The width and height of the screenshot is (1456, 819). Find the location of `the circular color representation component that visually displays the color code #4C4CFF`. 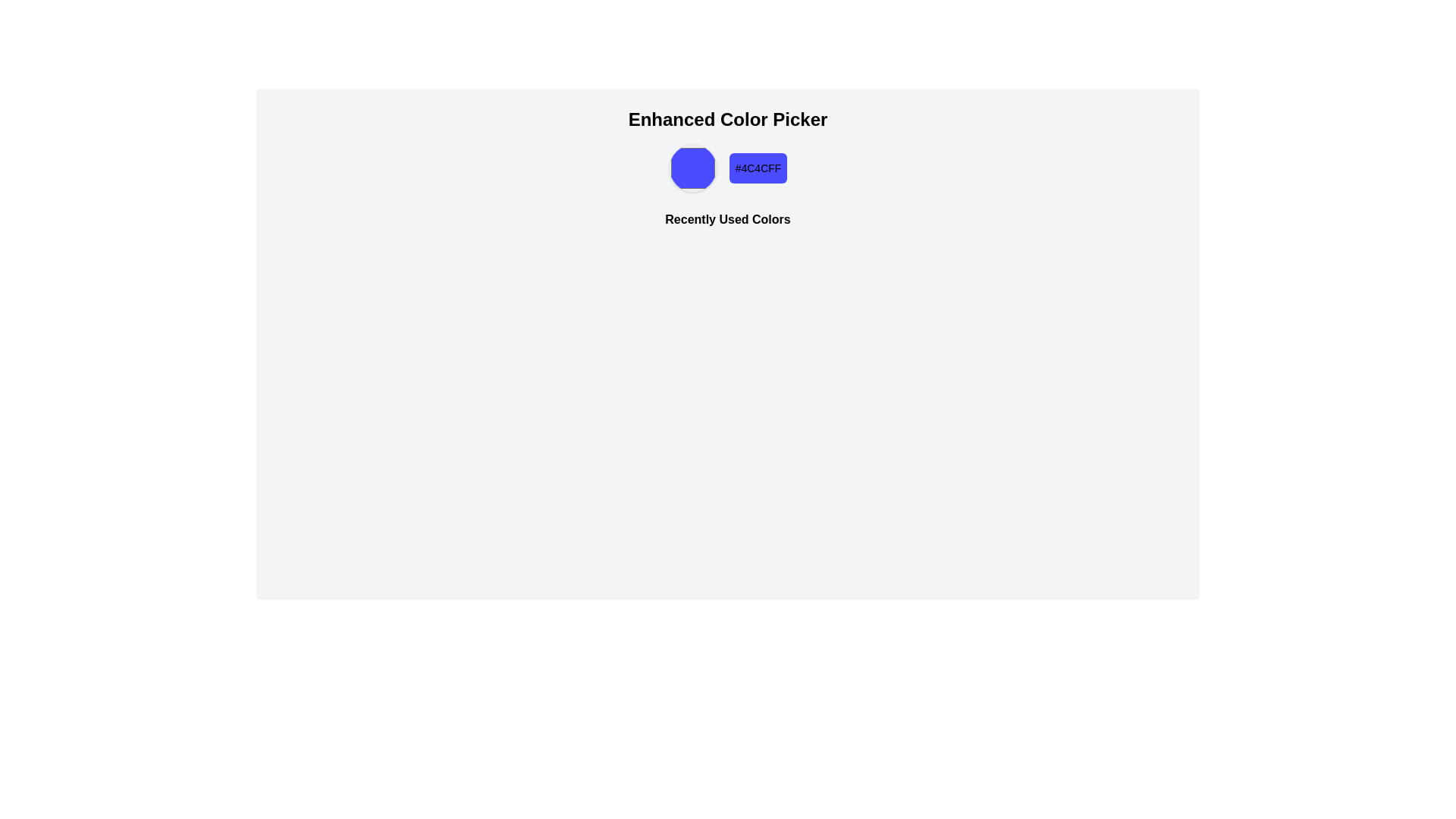

the circular color representation component that visually displays the color code #4C4CFF is located at coordinates (692, 168).